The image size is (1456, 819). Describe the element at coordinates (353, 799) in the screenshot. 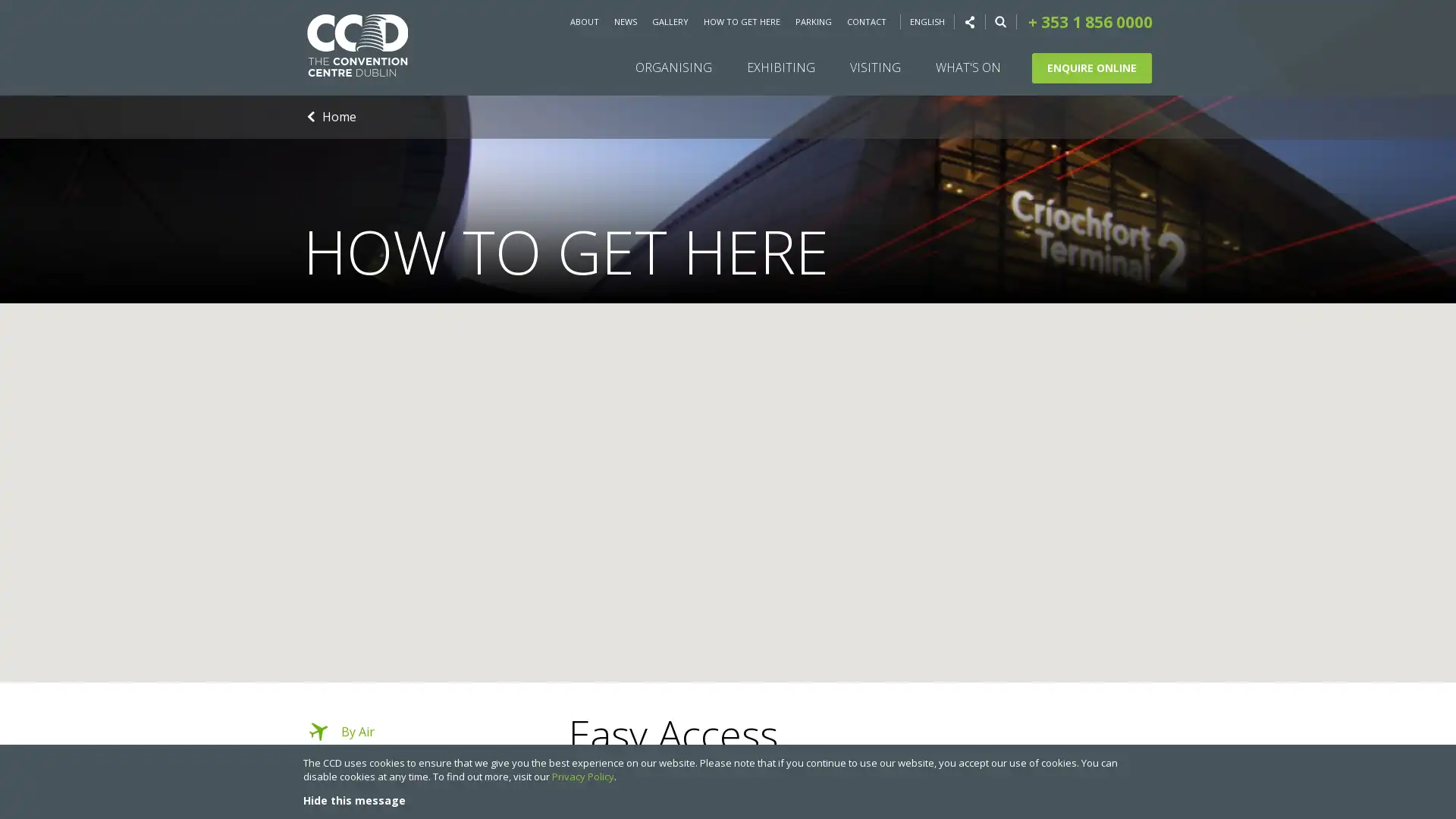

I see `Hide this message` at that location.